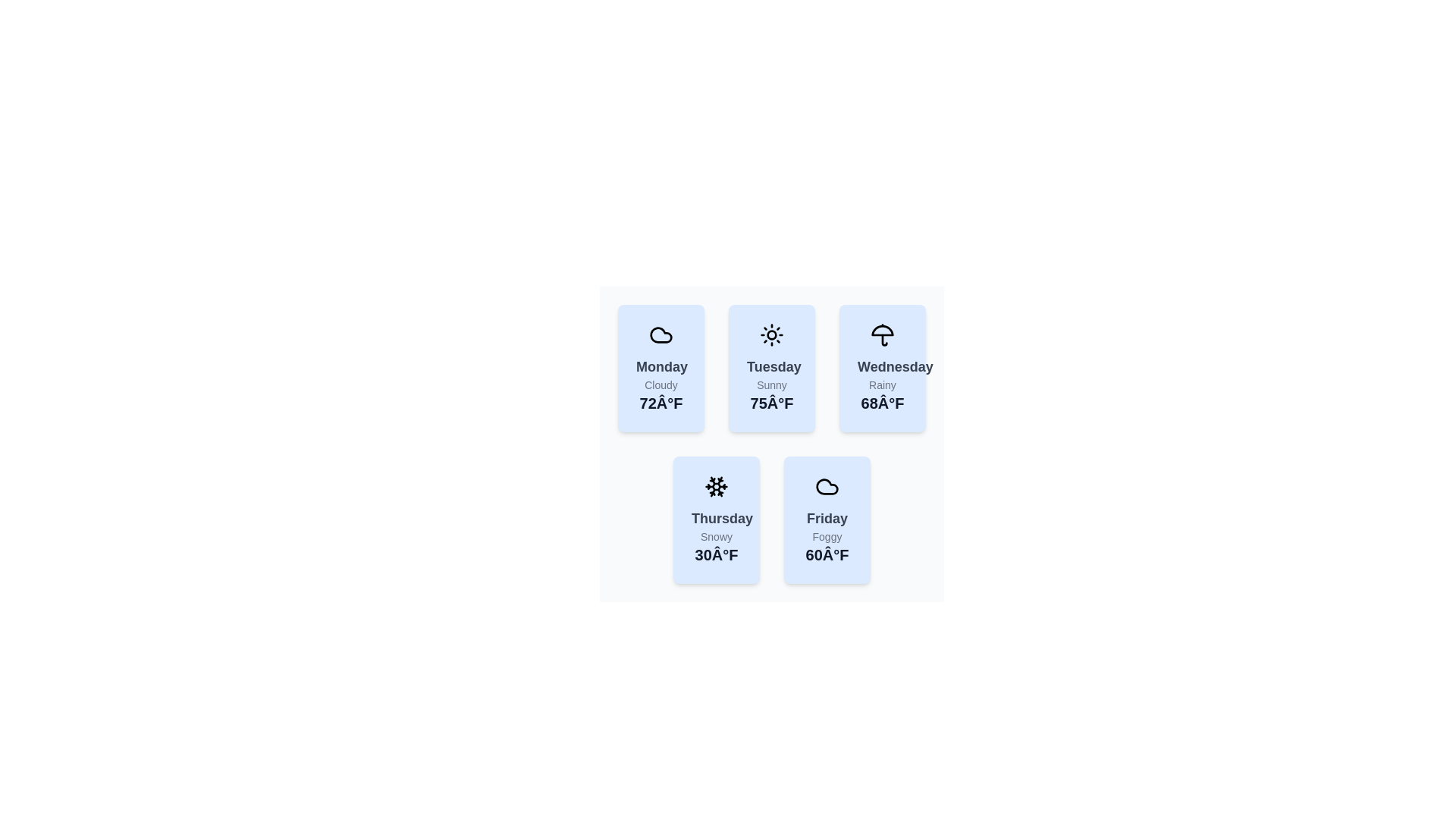 The width and height of the screenshot is (1456, 819). What do you see at coordinates (661, 369) in the screenshot?
I see `the first Informational card` at bounding box center [661, 369].